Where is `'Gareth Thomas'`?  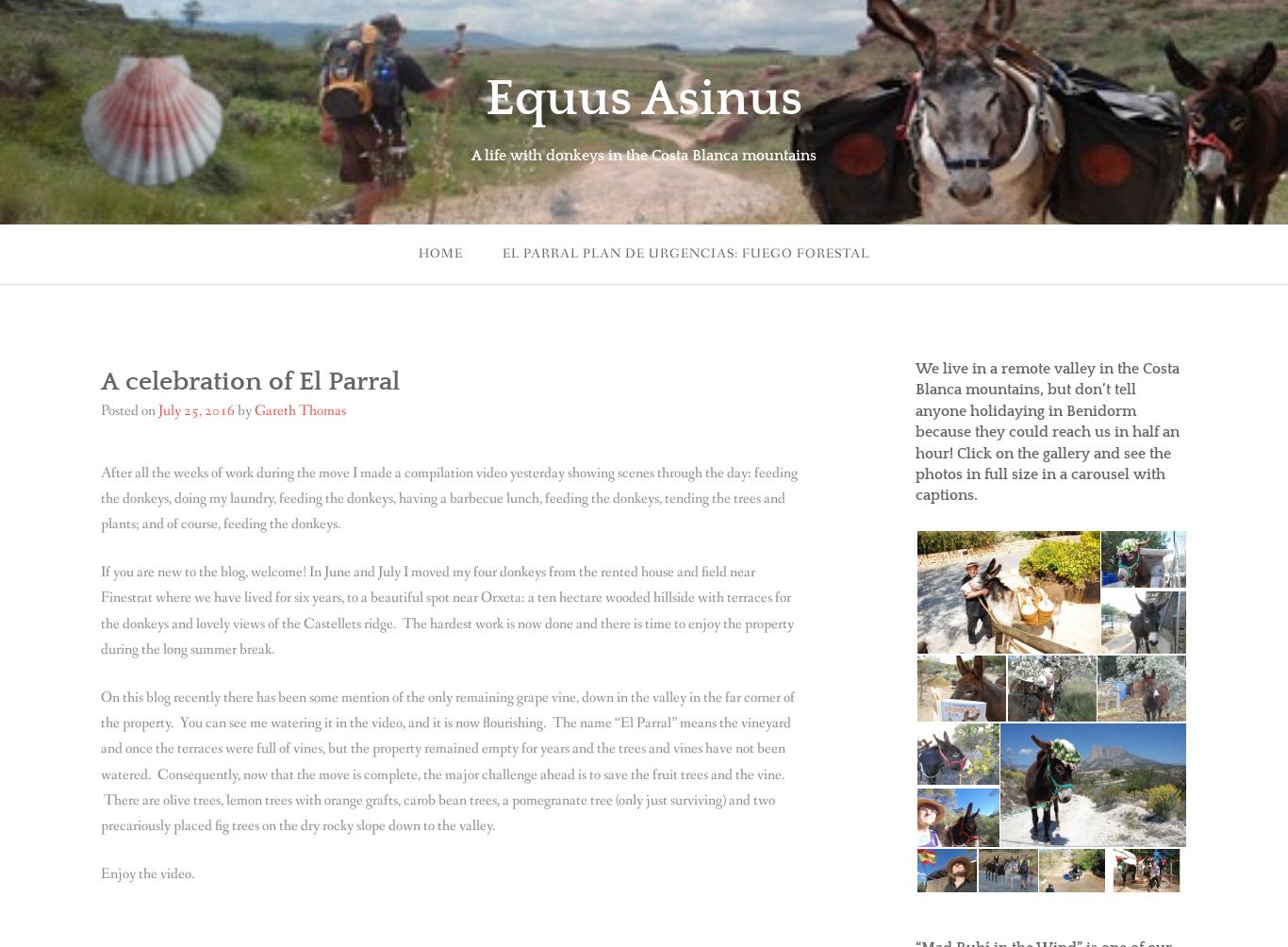 'Gareth Thomas' is located at coordinates (300, 408).